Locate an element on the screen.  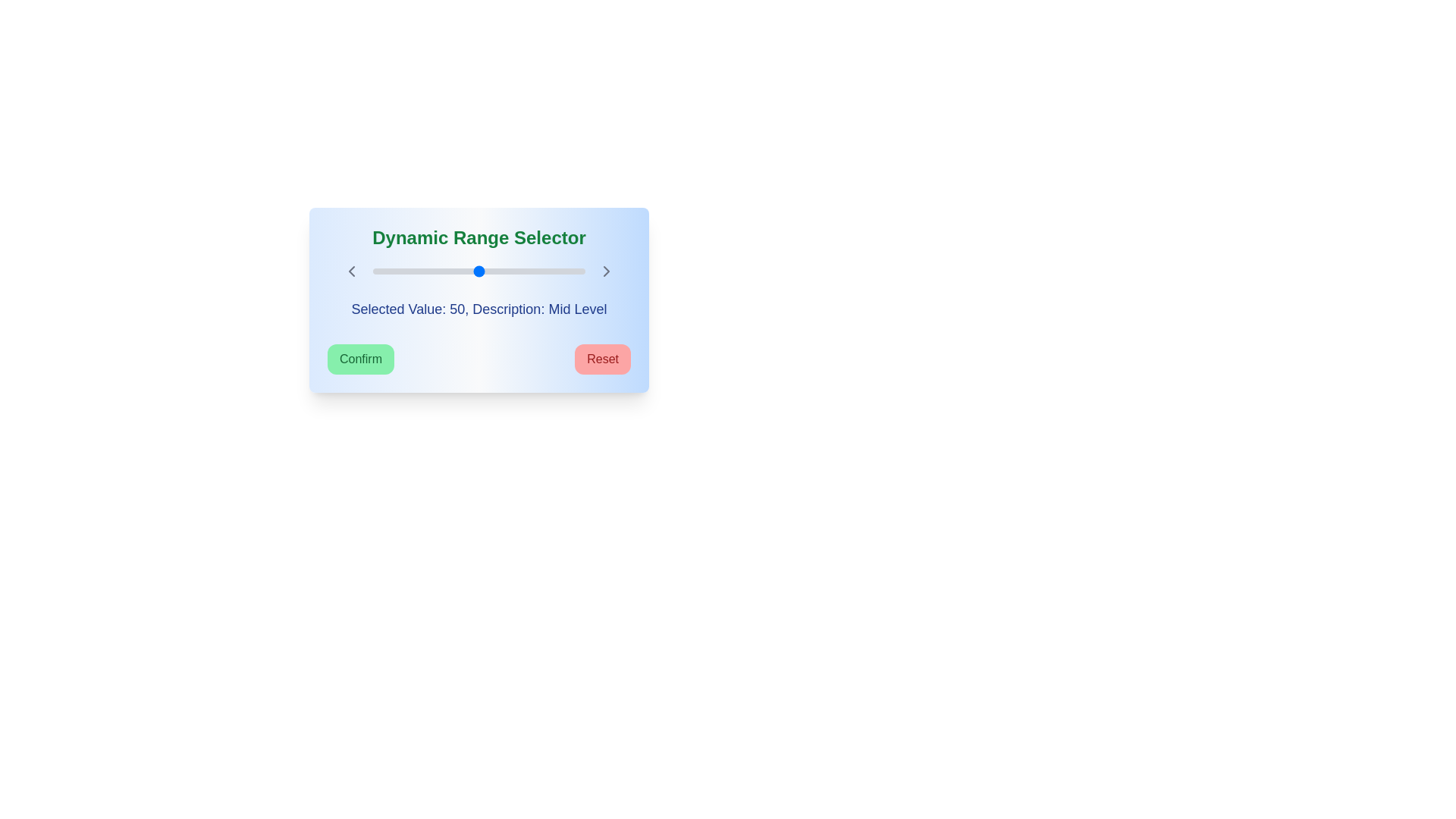
the slider is located at coordinates (440, 271).